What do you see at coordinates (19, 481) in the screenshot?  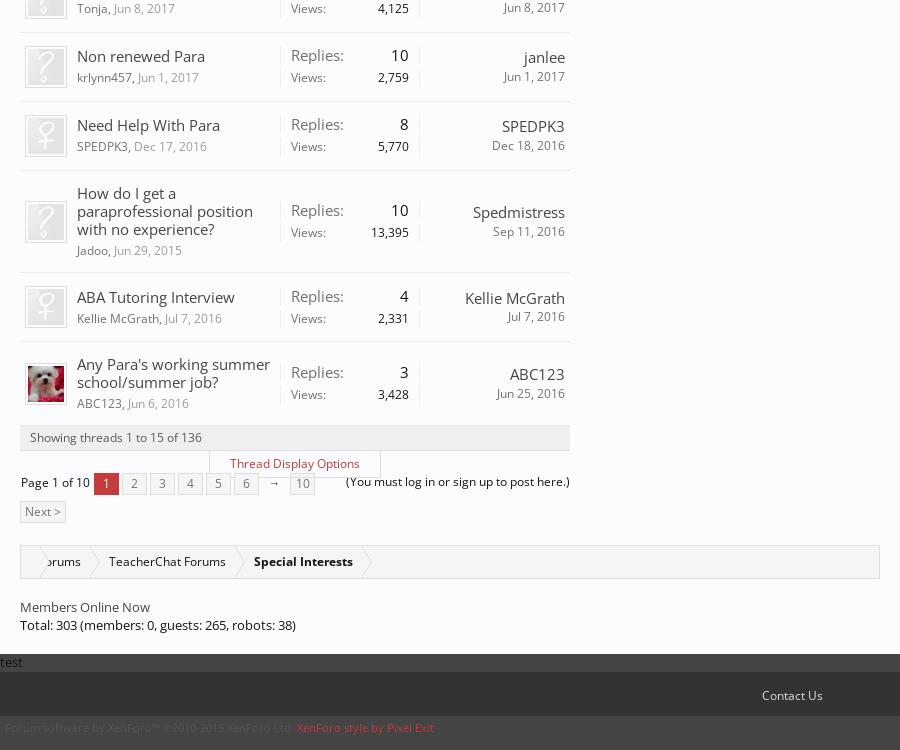 I see `'Page 1 of 10'` at bounding box center [19, 481].